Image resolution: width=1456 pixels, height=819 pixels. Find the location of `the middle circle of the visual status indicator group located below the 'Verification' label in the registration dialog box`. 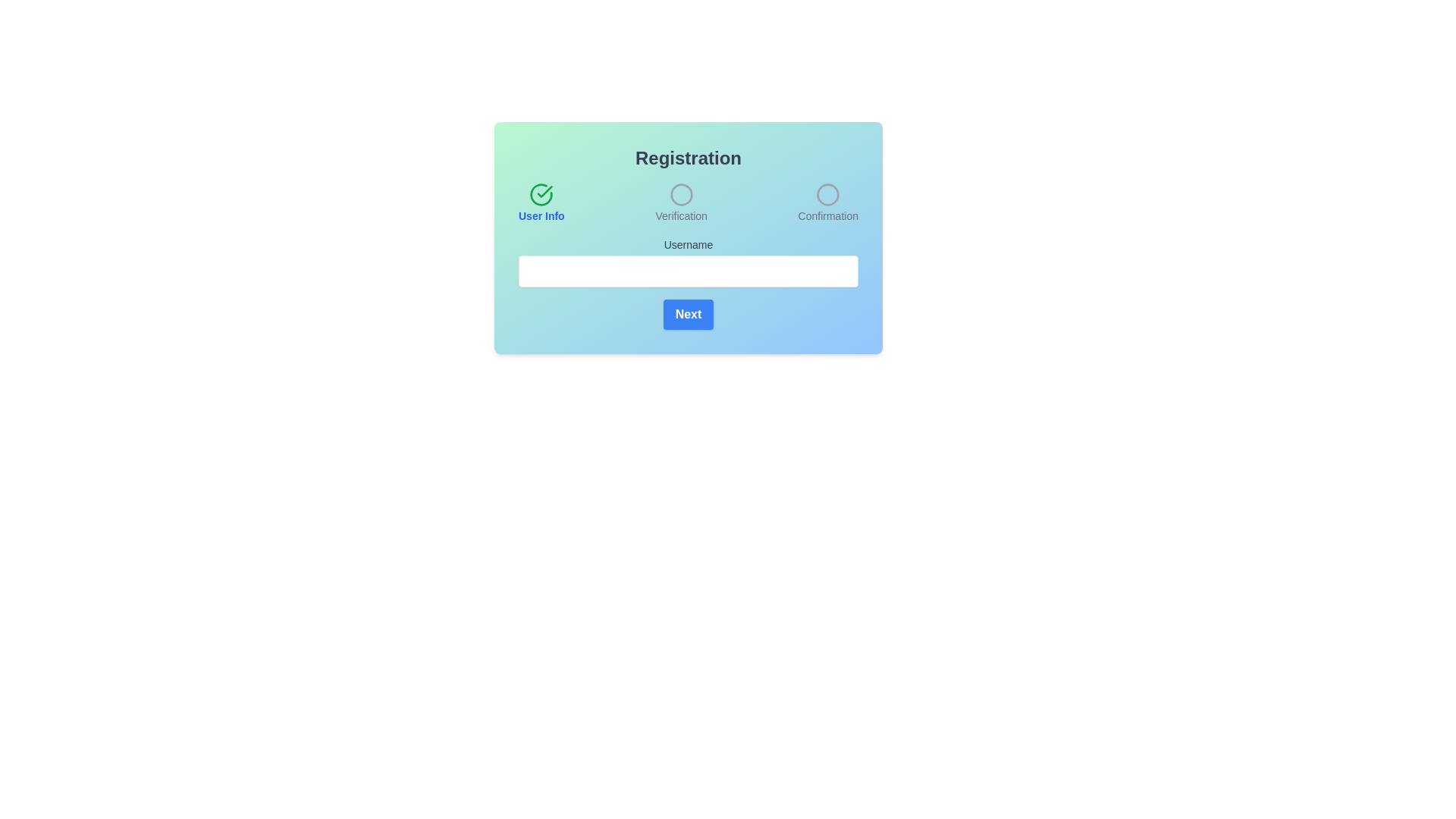

the middle circle of the visual status indicator group located below the 'Verification' label in the registration dialog box is located at coordinates (680, 194).